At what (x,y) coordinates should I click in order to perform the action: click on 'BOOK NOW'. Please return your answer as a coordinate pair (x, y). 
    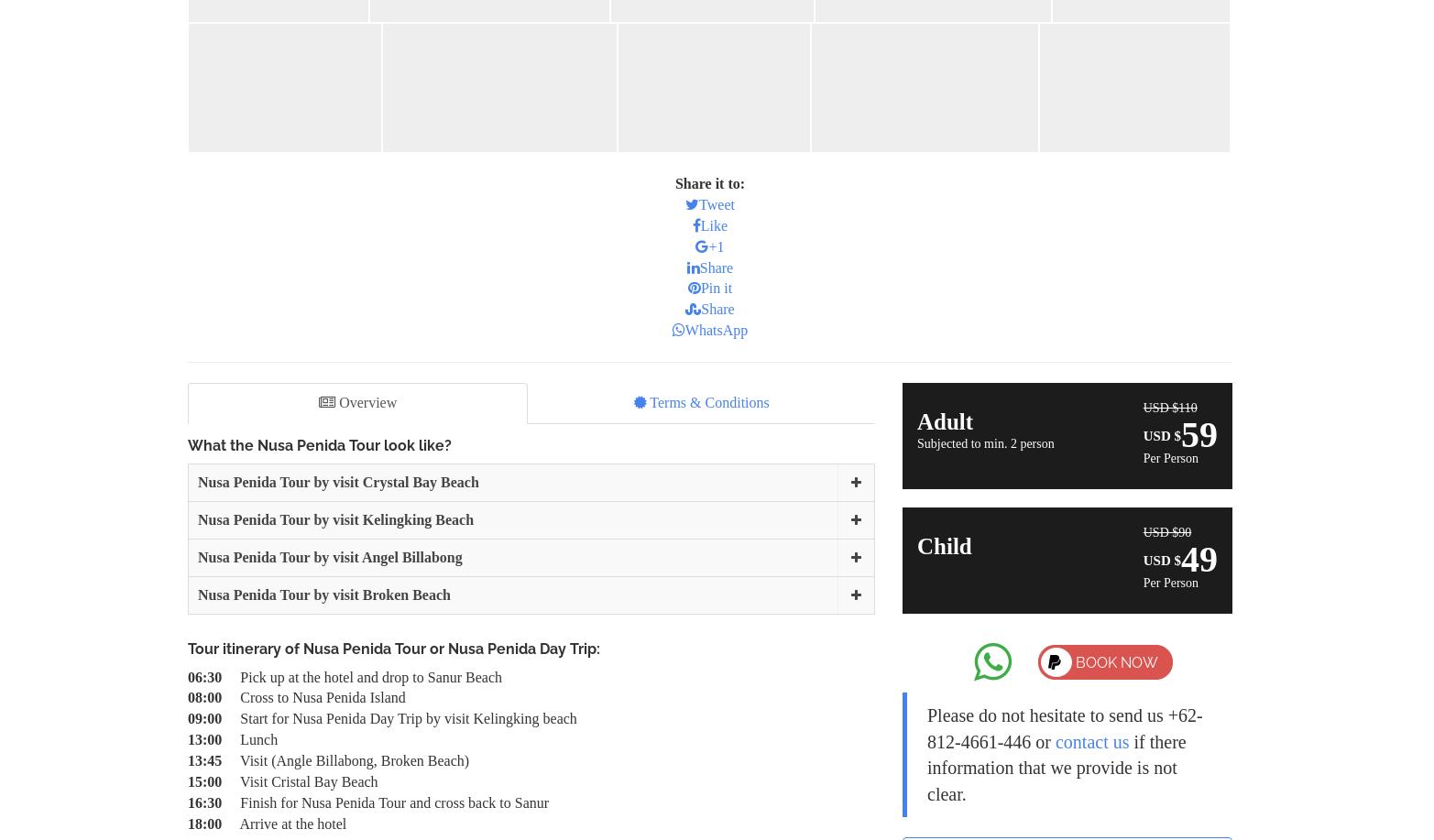
    Looking at the image, I should click on (1076, 661).